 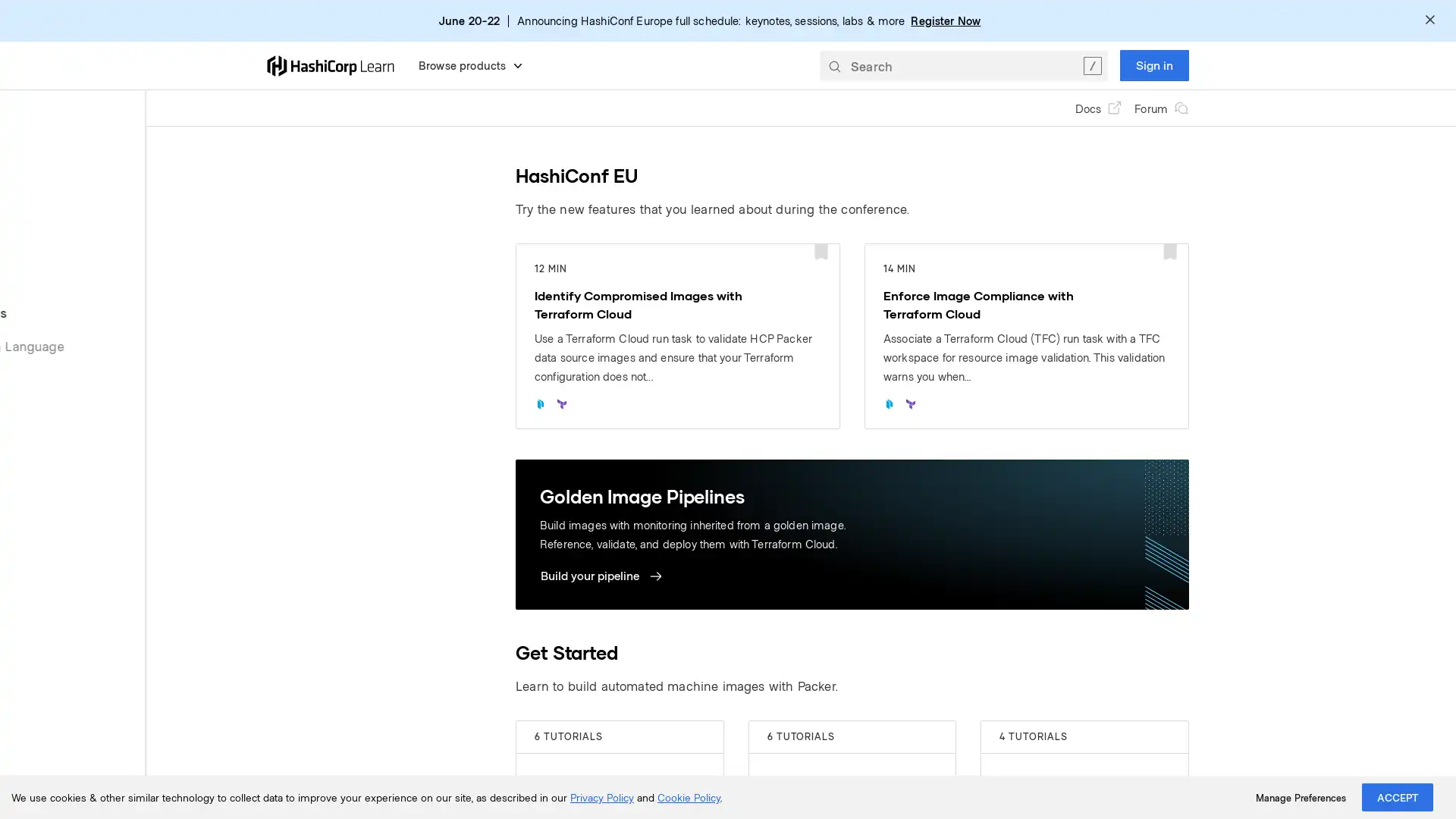 What do you see at coordinates (470, 64) in the screenshot?
I see `Browse products` at bounding box center [470, 64].